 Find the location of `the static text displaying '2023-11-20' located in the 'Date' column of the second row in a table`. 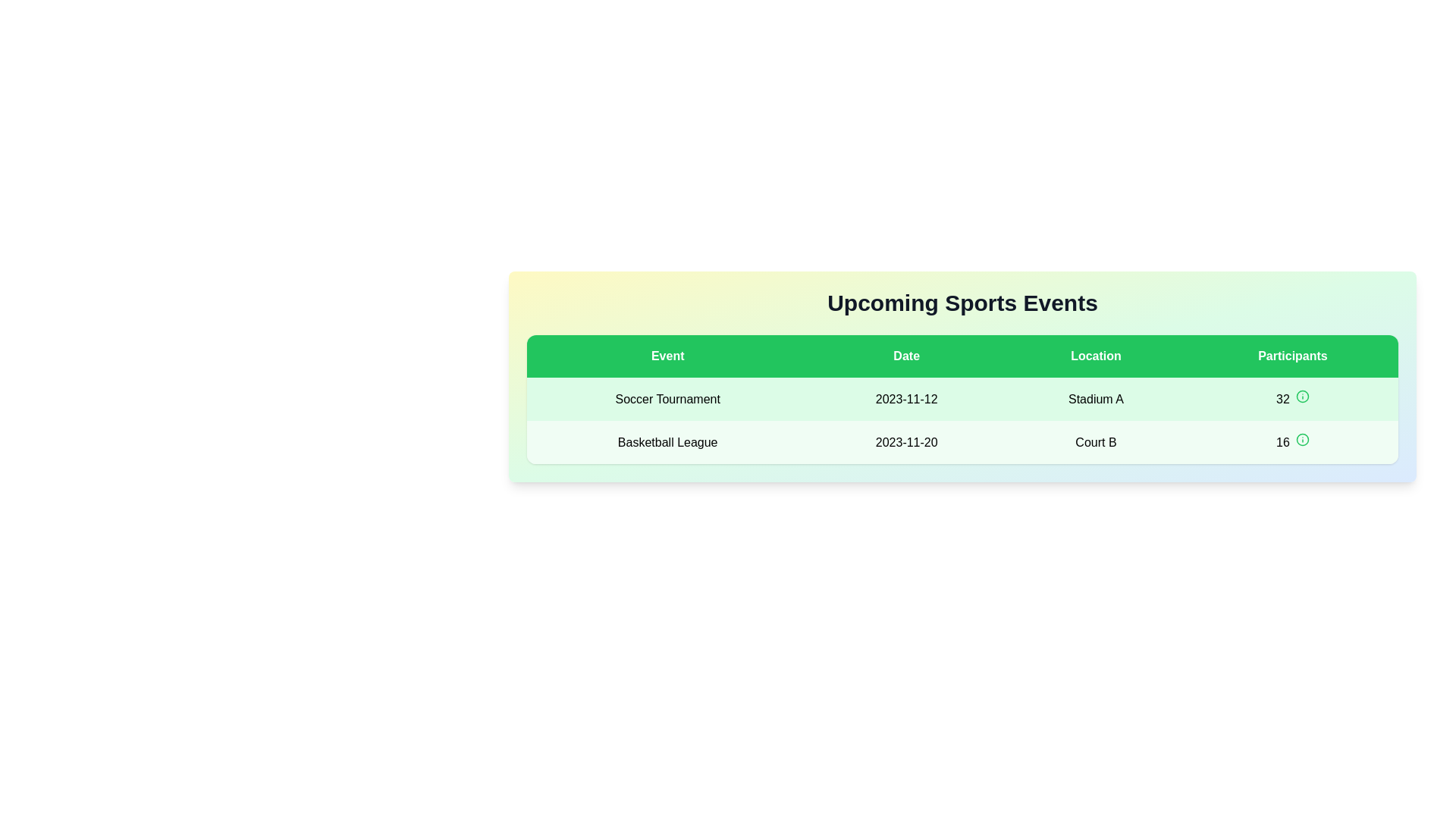

the static text displaying '2023-11-20' located in the 'Date' column of the second row in a table is located at coordinates (906, 442).